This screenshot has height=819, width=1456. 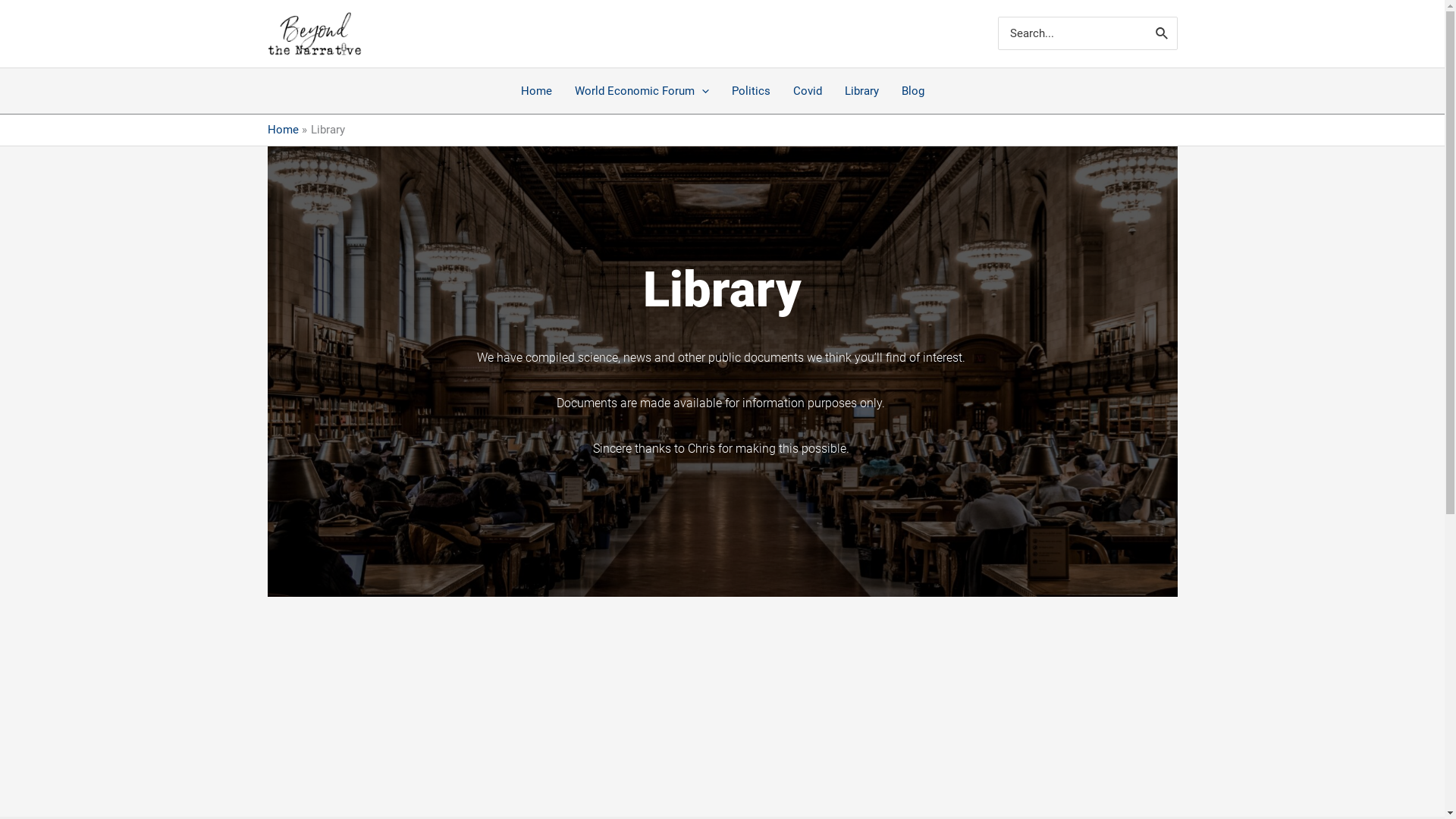 I want to click on 'World Economic Forum', so click(x=641, y=90).